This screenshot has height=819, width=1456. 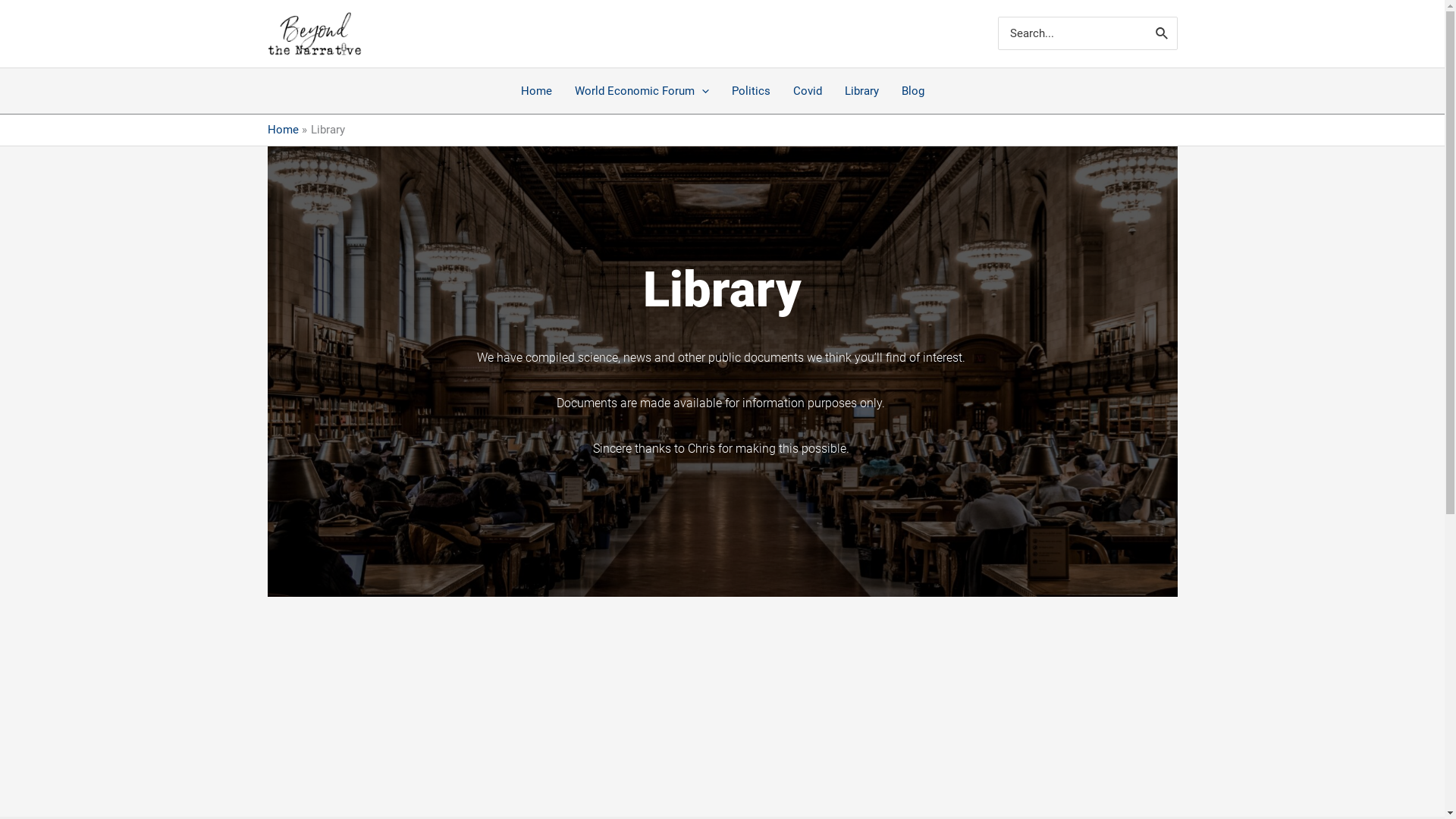 I want to click on 'World Economic Forum', so click(x=641, y=90).